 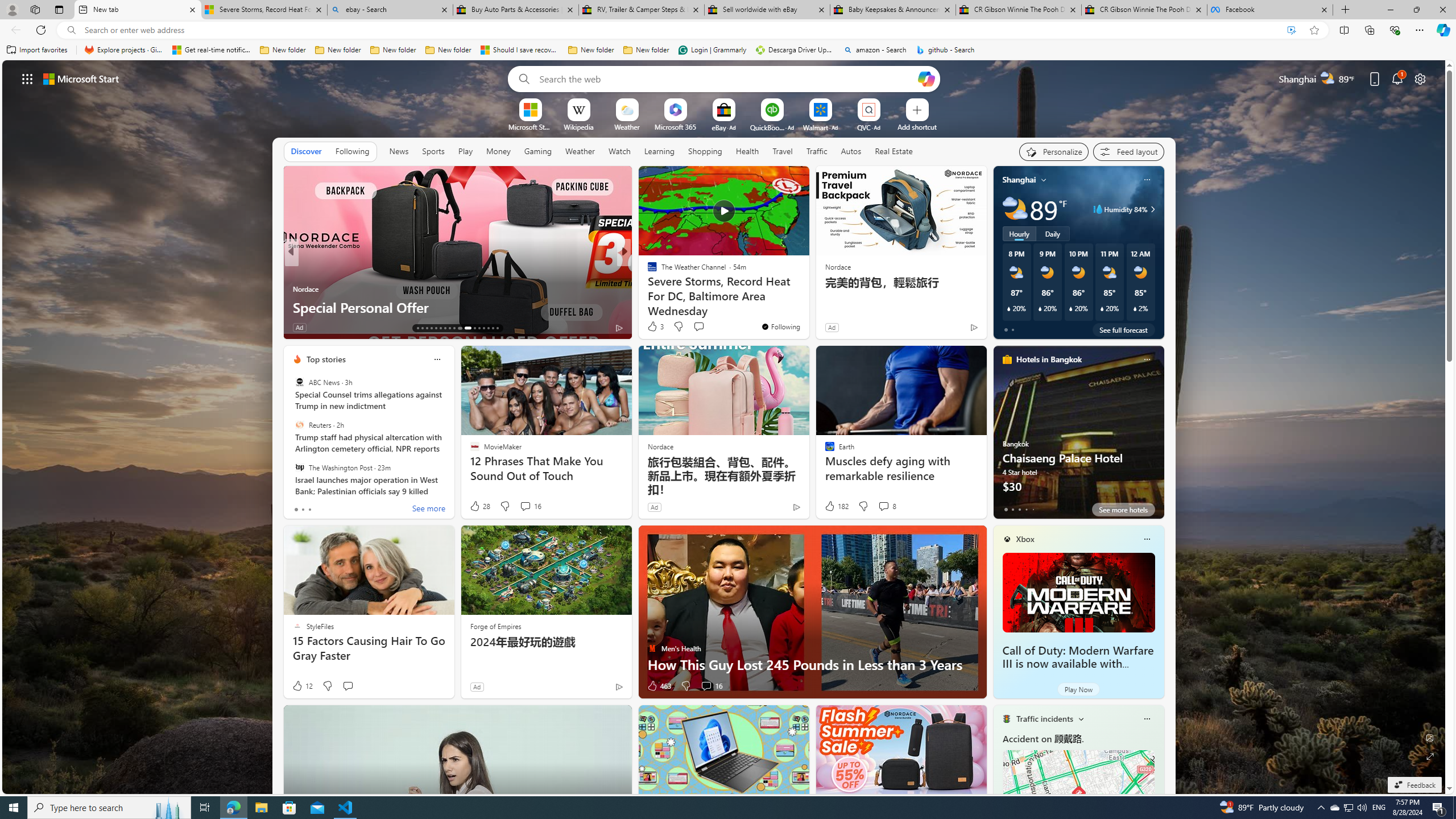 I want to click on 'ABC News', so click(x=299, y=382).